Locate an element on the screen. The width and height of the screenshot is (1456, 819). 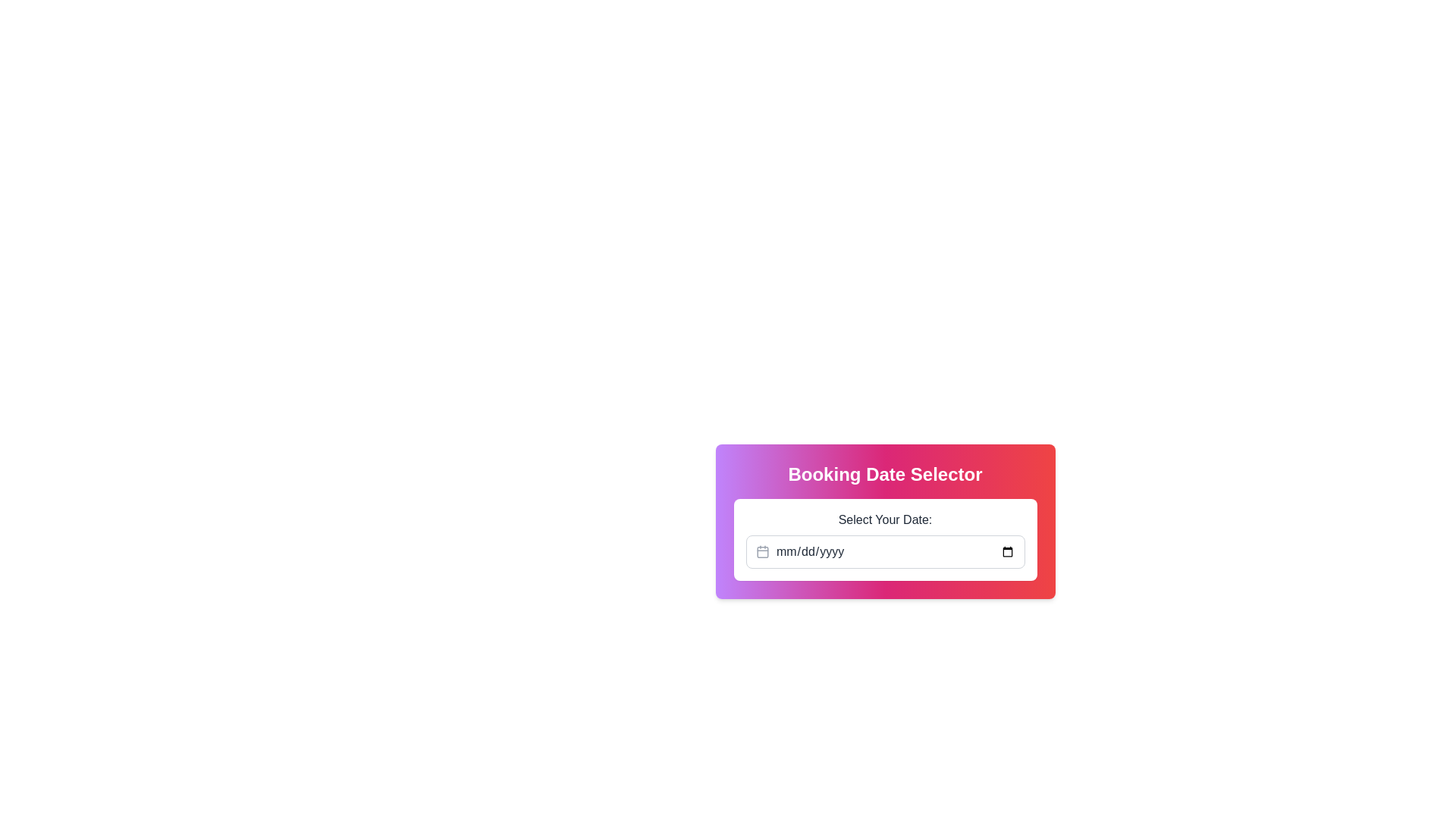
text from the bold title labeled 'Booking Date Selector' that is centered at the top of the panel is located at coordinates (885, 473).